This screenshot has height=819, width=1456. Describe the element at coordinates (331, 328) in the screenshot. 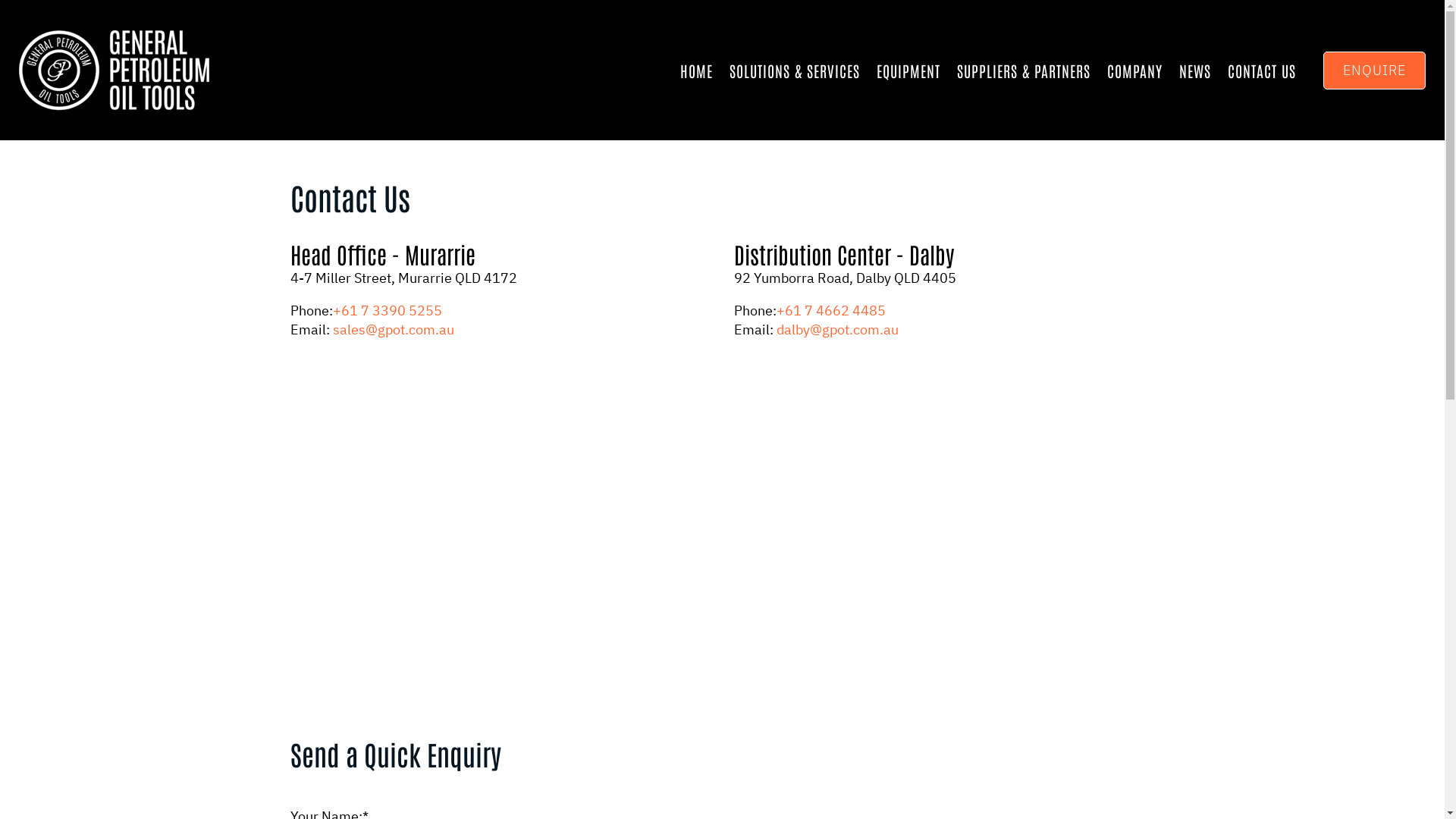

I see `'sales@gpot.com.au'` at that location.